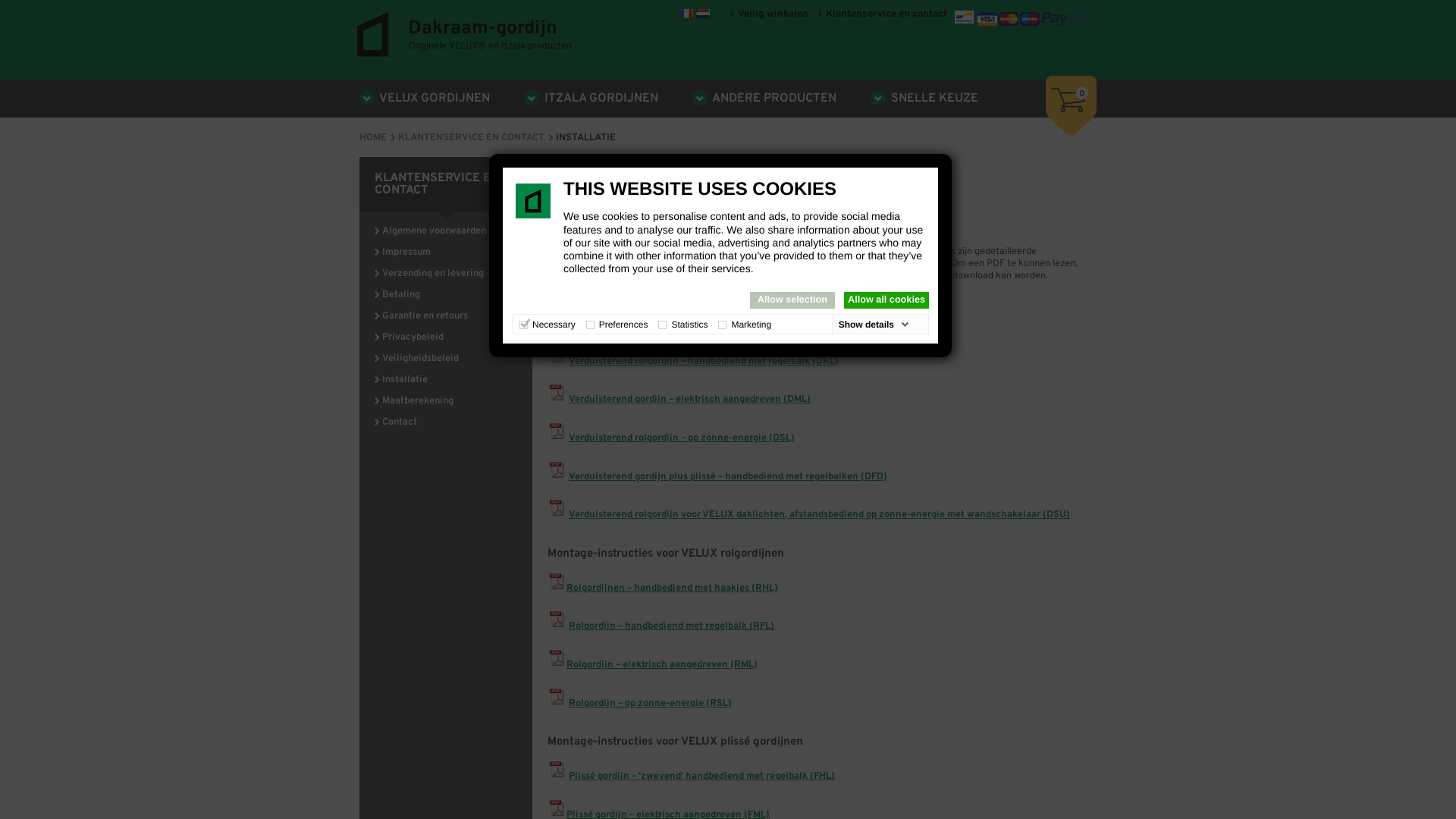  I want to click on 'Allow selection', so click(792, 300).